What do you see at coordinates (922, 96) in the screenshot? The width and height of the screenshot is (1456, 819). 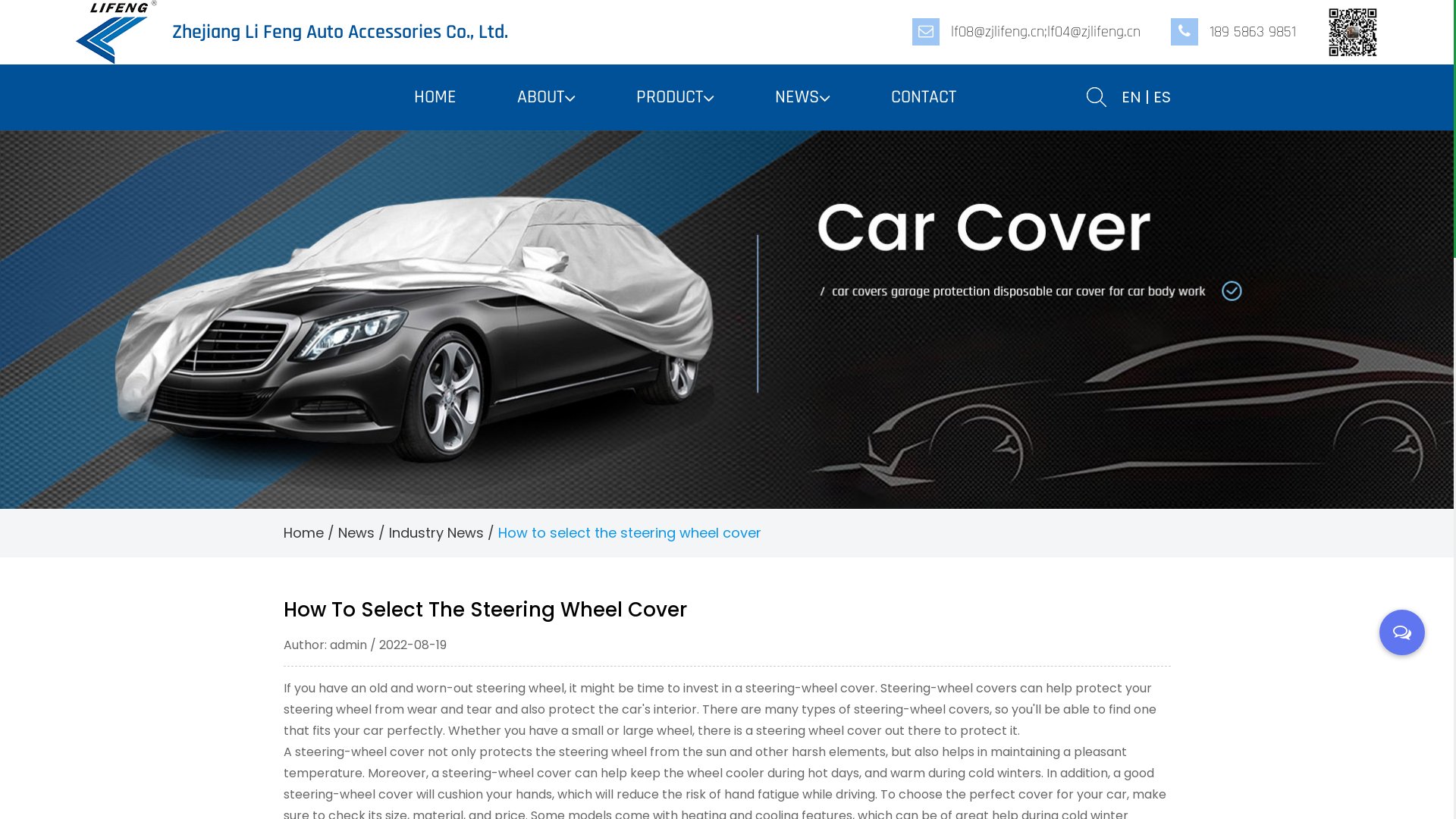 I see `'CONTACT'` at bounding box center [922, 96].